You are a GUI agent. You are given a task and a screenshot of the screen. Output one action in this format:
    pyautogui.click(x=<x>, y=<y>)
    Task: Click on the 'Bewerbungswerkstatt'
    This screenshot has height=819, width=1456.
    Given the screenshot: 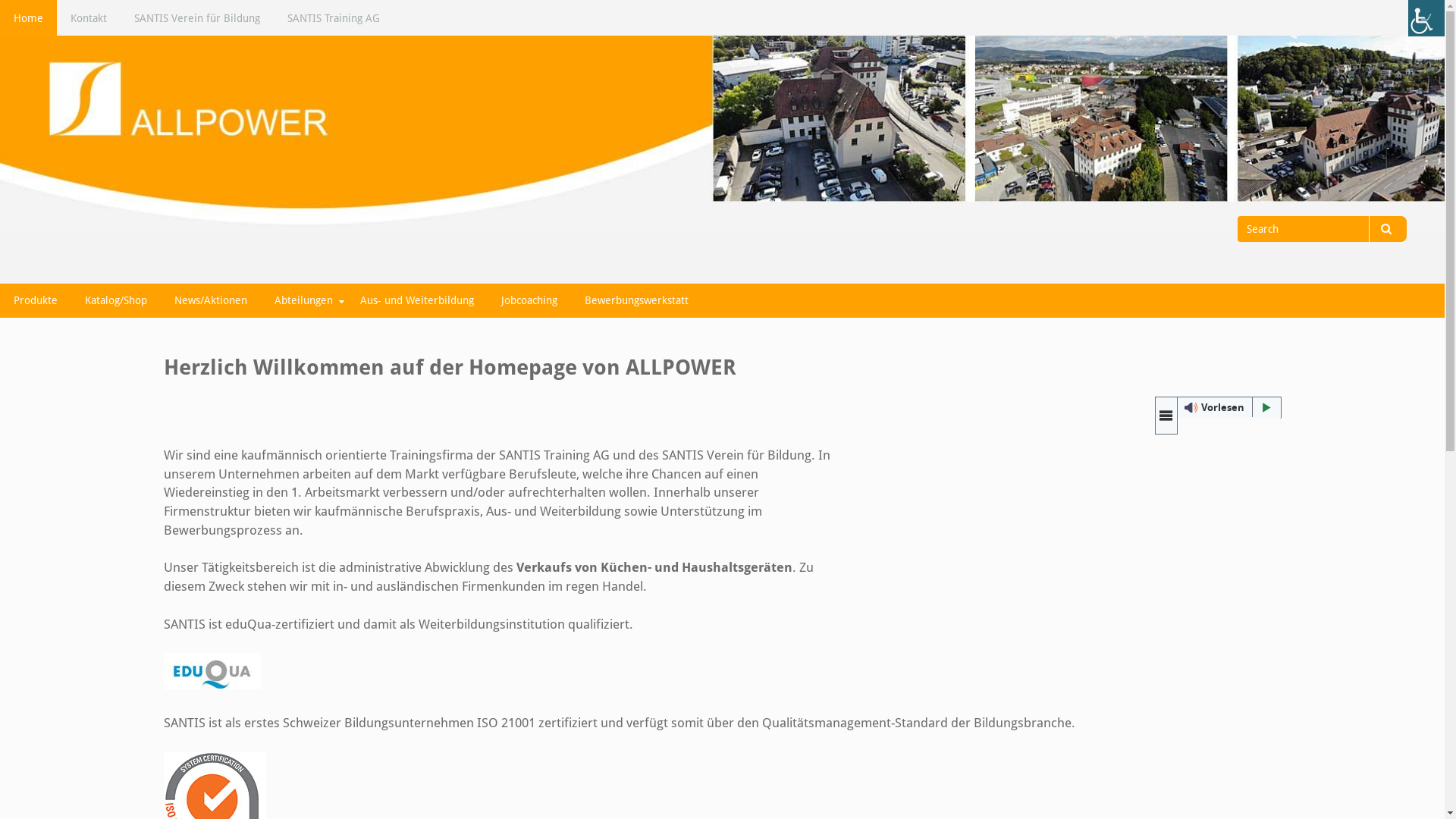 What is the action you would take?
    pyautogui.click(x=636, y=300)
    